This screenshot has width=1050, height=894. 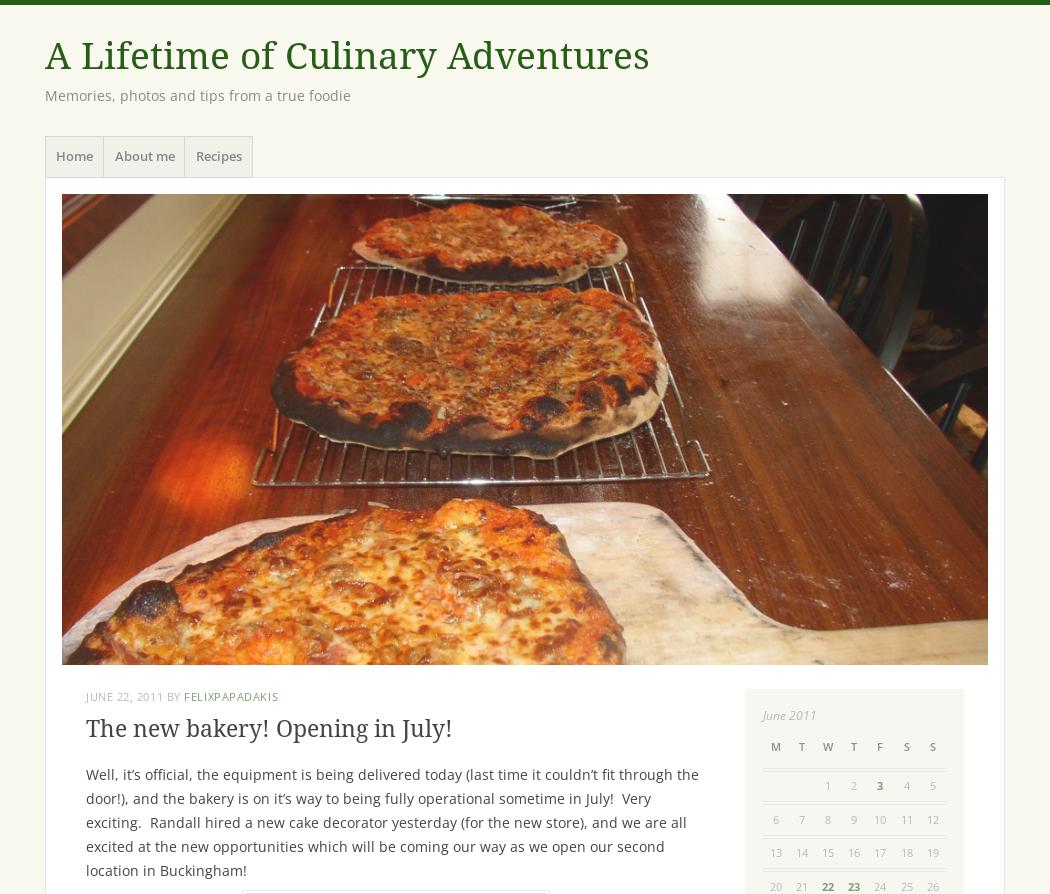 I want to click on '13', so click(x=769, y=851).